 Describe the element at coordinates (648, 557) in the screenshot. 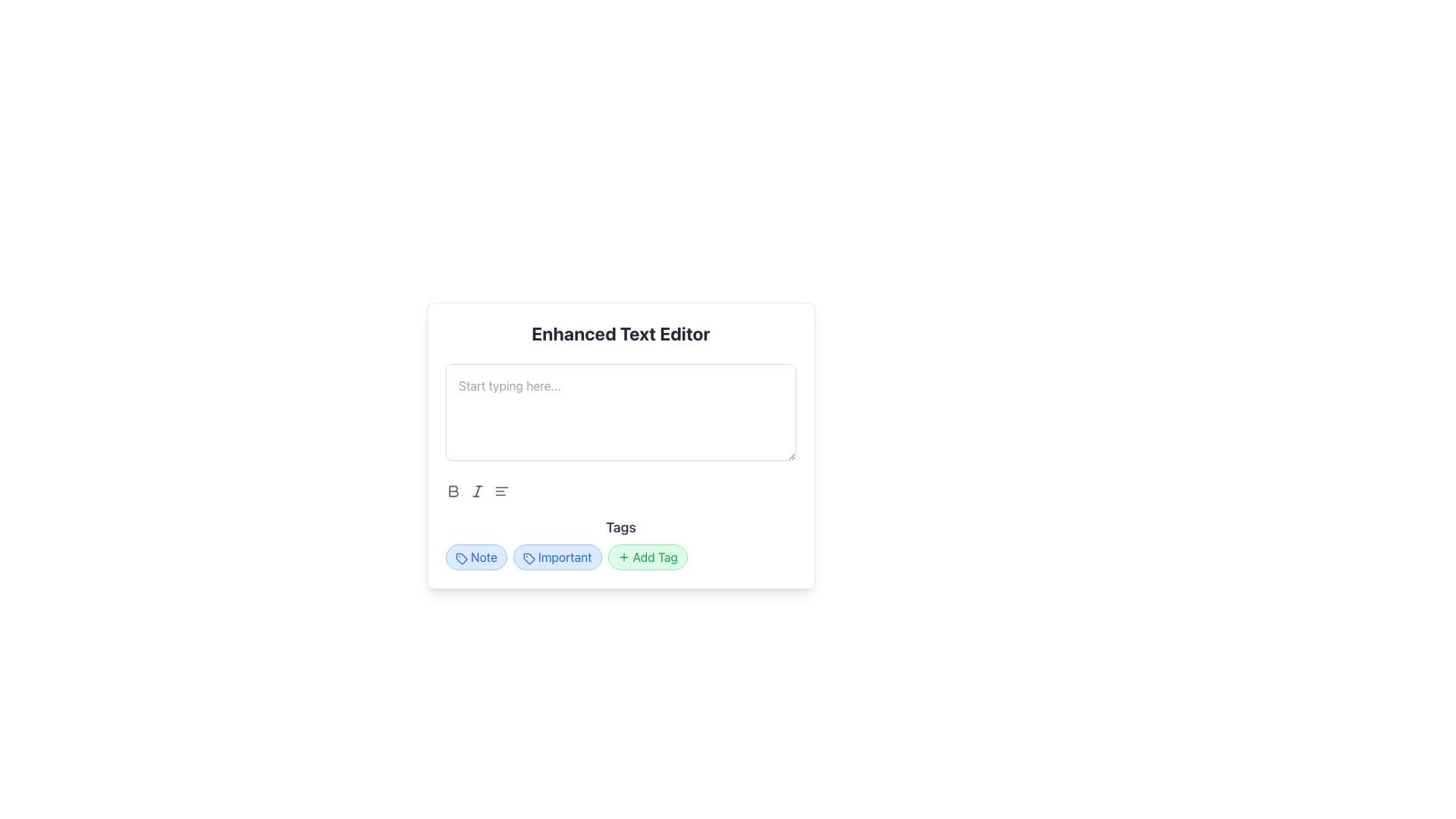

I see `the 'Add Tag' button, which is a rounded rectangle with green styling and includes a green plus icon to the left of the bold text, positioned to the right of the 'Important' button under the 'Tags' label` at that location.